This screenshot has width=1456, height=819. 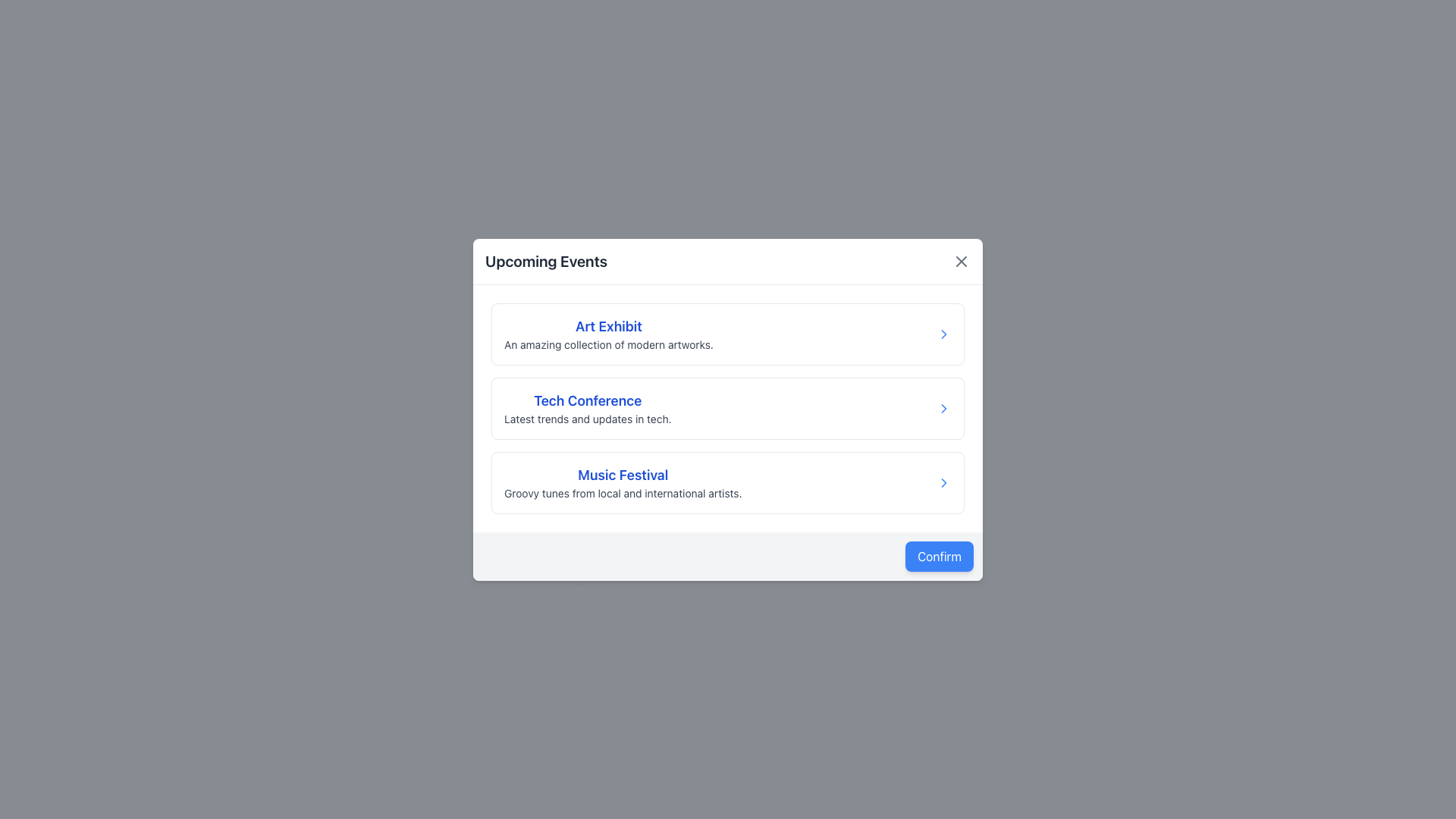 I want to click on text displayed in the second entry of the event items list, which shows 'Tech Conference' in bold blue and 'Latest trends and updates in tech.' in gray, so click(x=587, y=407).